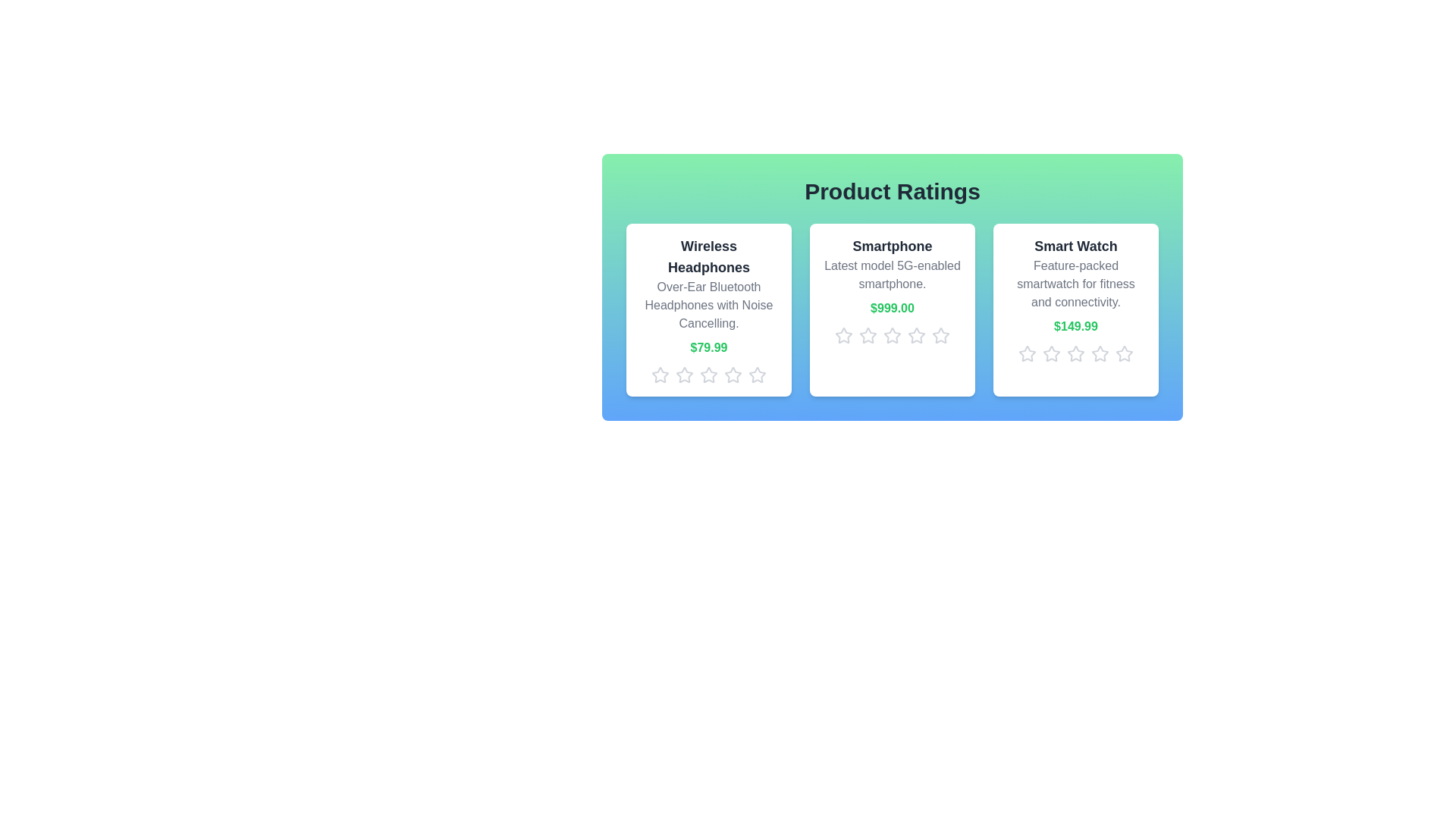 This screenshot has height=819, width=1456. I want to click on the star icon corresponding to 4 stars for the product Wireless Headphones, so click(733, 375).